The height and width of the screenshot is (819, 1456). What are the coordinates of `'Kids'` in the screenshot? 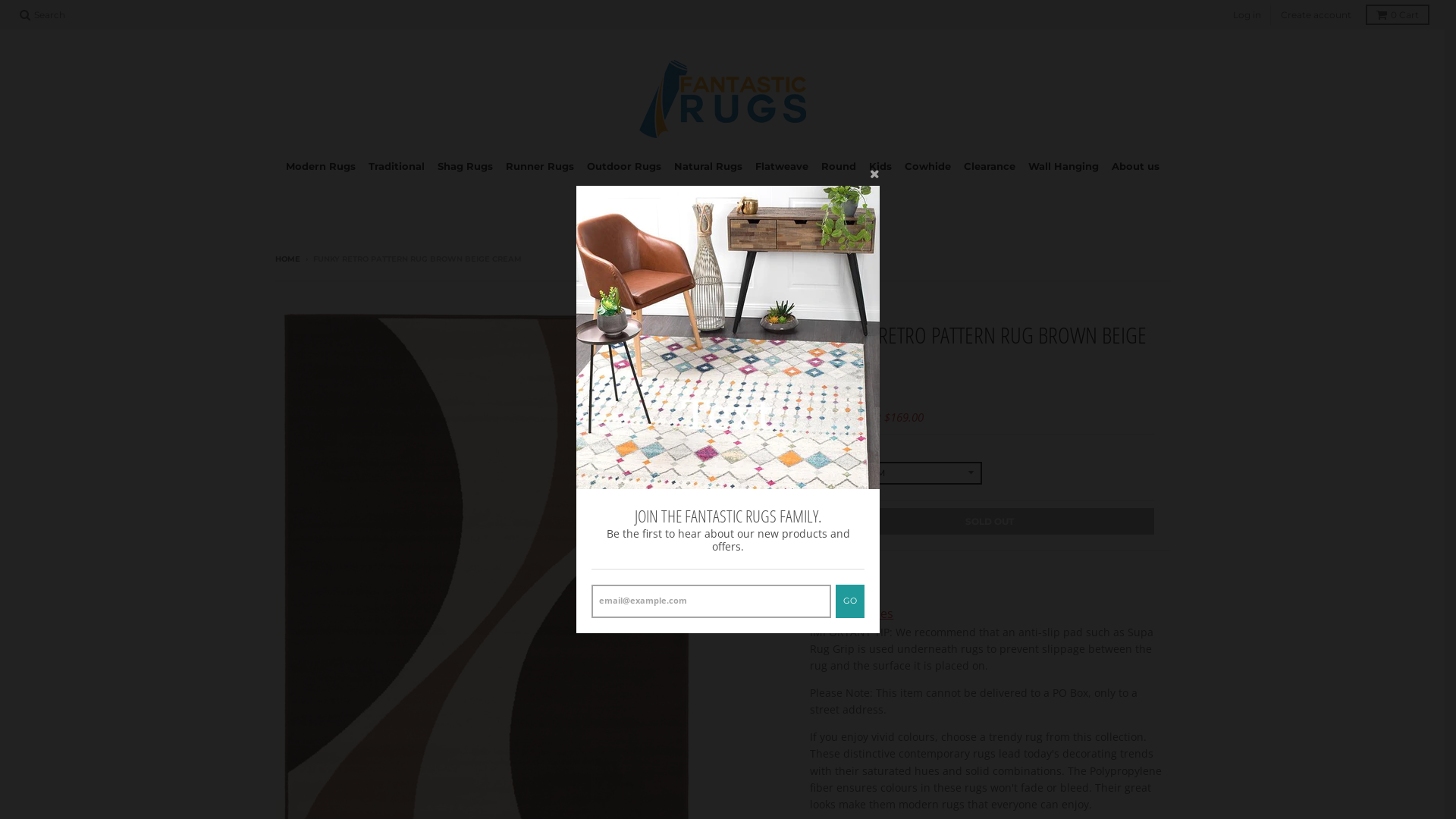 It's located at (880, 166).